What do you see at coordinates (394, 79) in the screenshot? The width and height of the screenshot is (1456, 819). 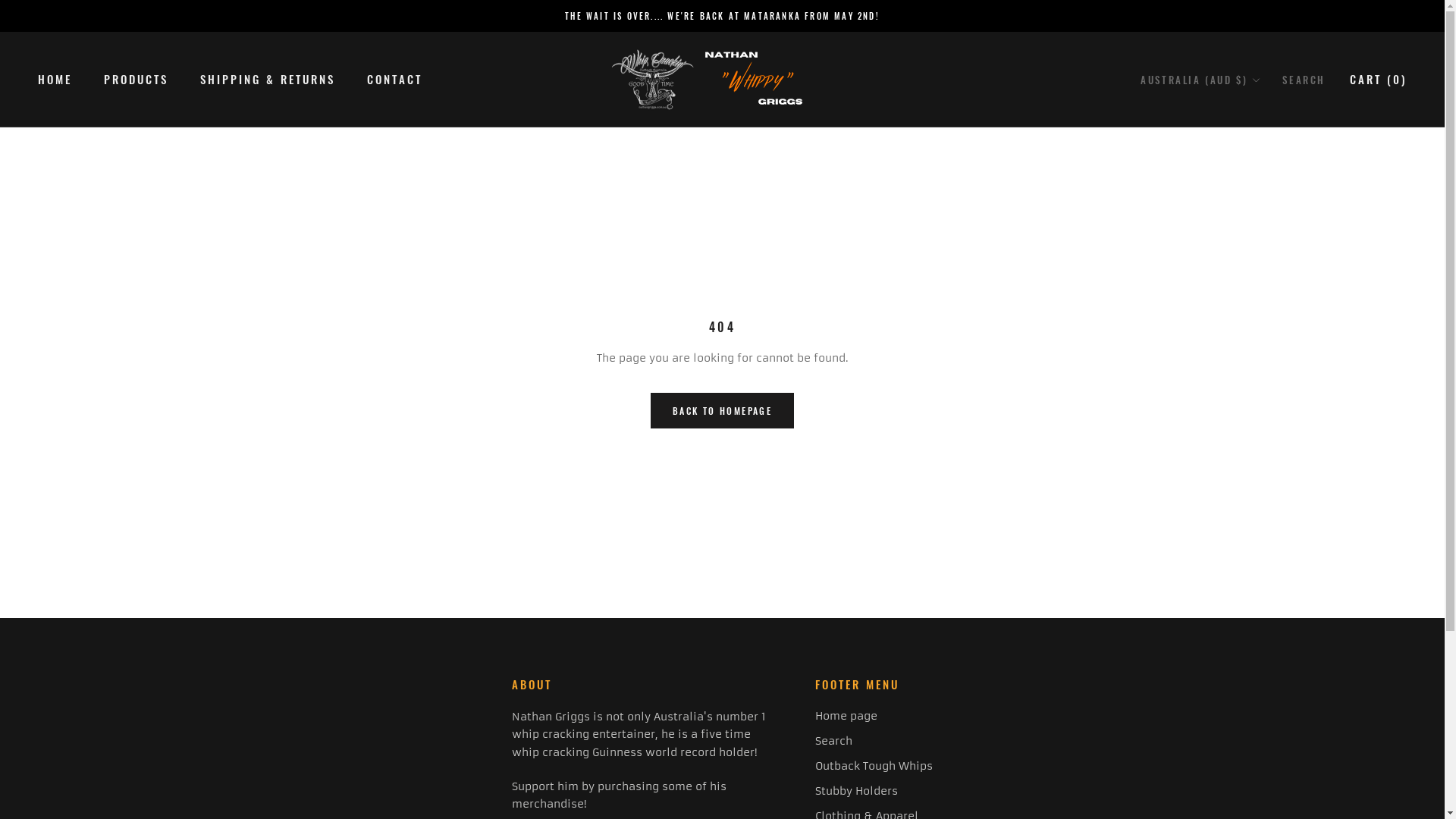 I see `'CONTACT` at bounding box center [394, 79].